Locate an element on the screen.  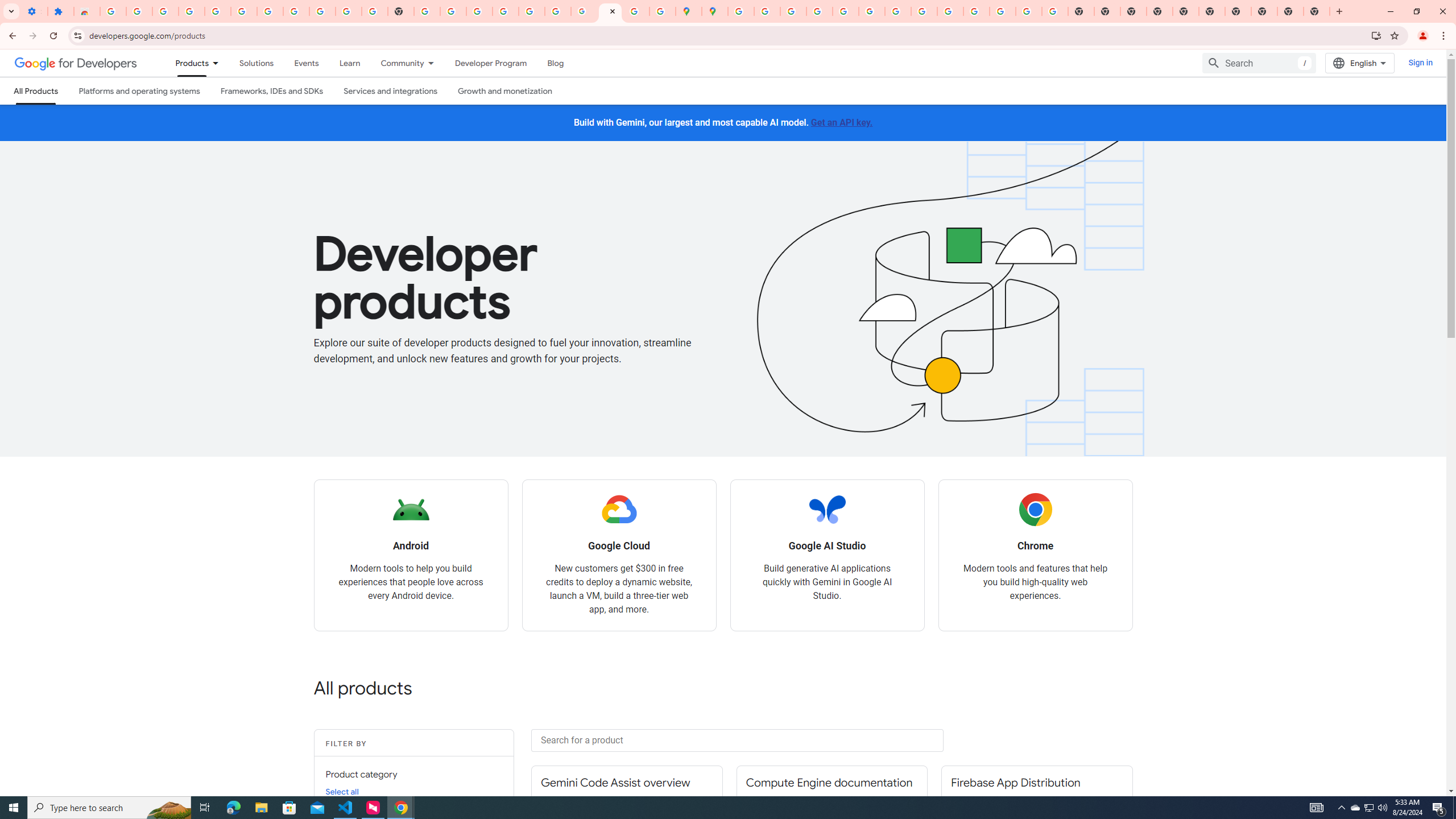
'YouTube' is located at coordinates (897, 11).